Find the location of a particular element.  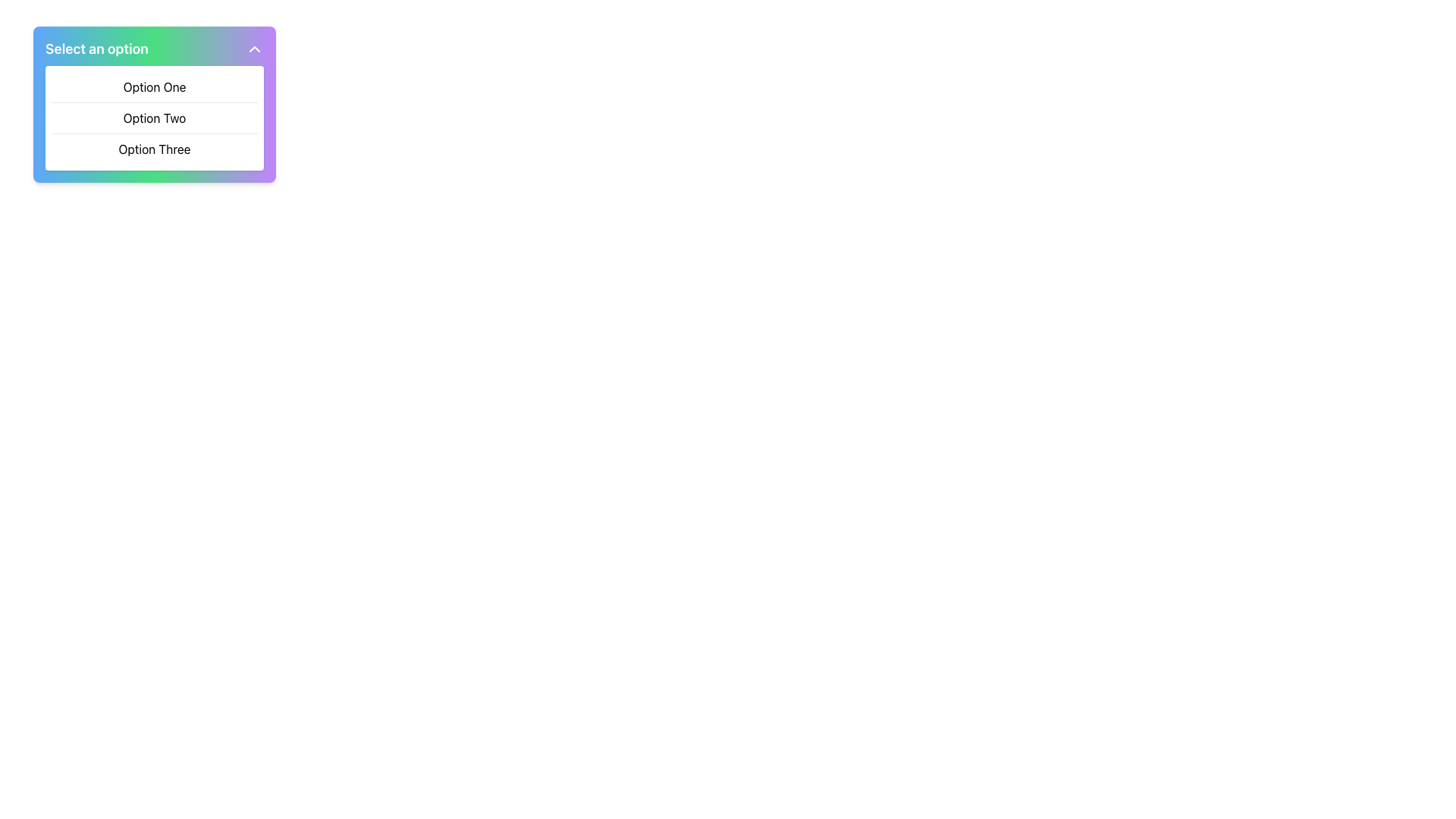

the text label reading 'Option Two' is located at coordinates (154, 117).